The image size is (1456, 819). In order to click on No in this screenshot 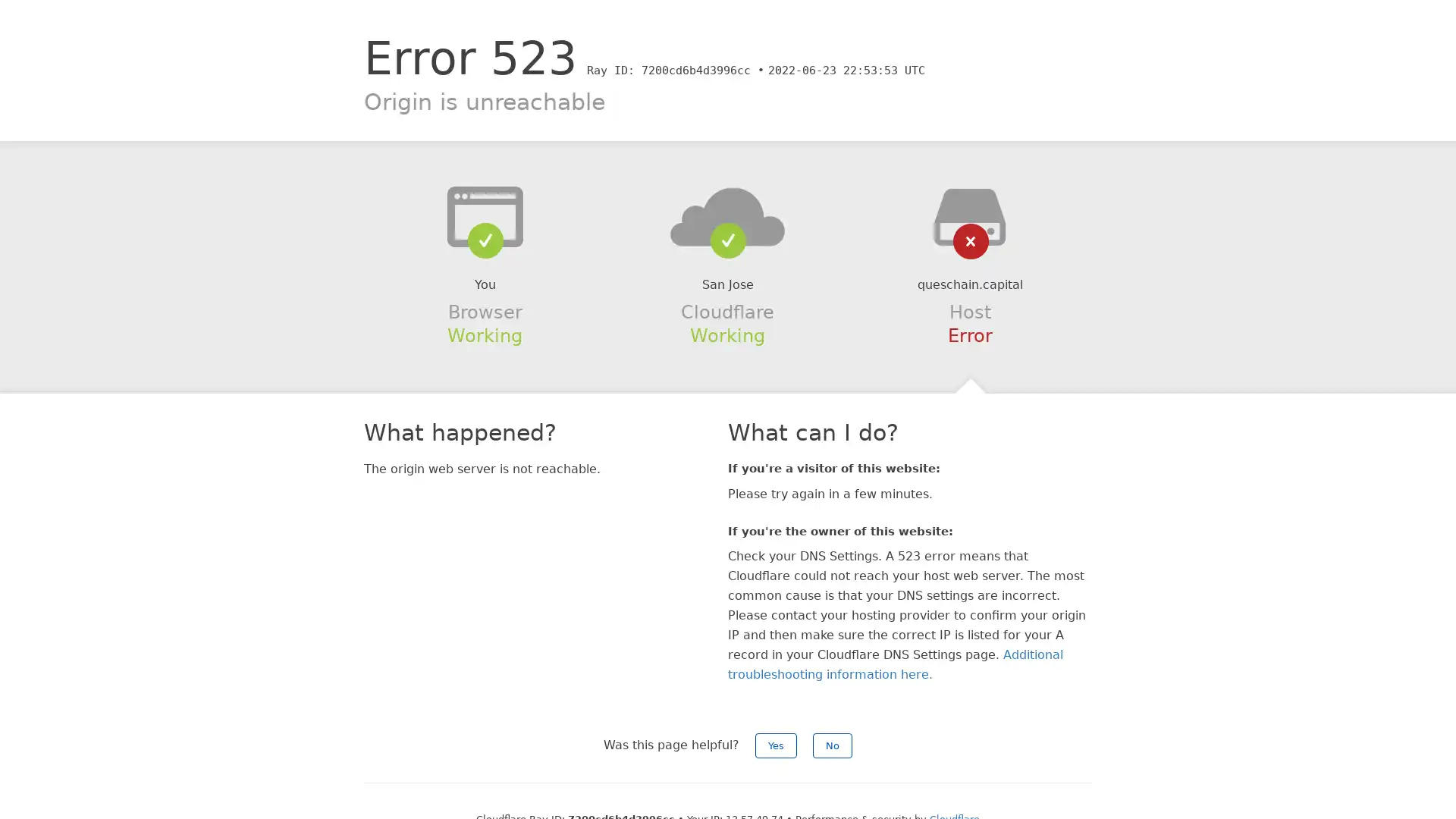, I will do `click(832, 745)`.